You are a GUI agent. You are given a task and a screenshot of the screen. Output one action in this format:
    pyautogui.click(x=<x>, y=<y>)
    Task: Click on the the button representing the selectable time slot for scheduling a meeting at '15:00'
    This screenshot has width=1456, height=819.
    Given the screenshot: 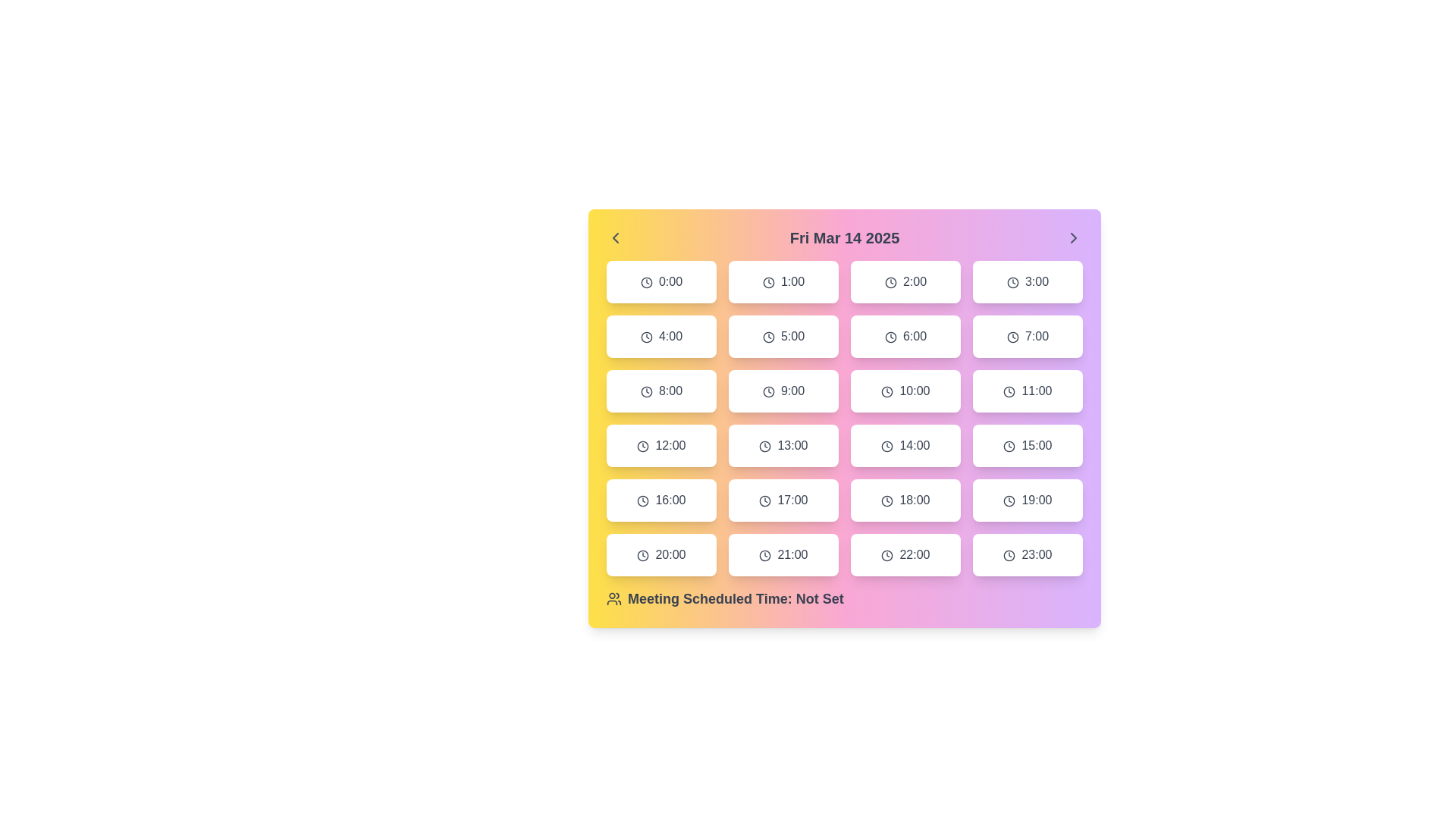 What is the action you would take?
    pyautogui.click(x=1028, y=444)
    